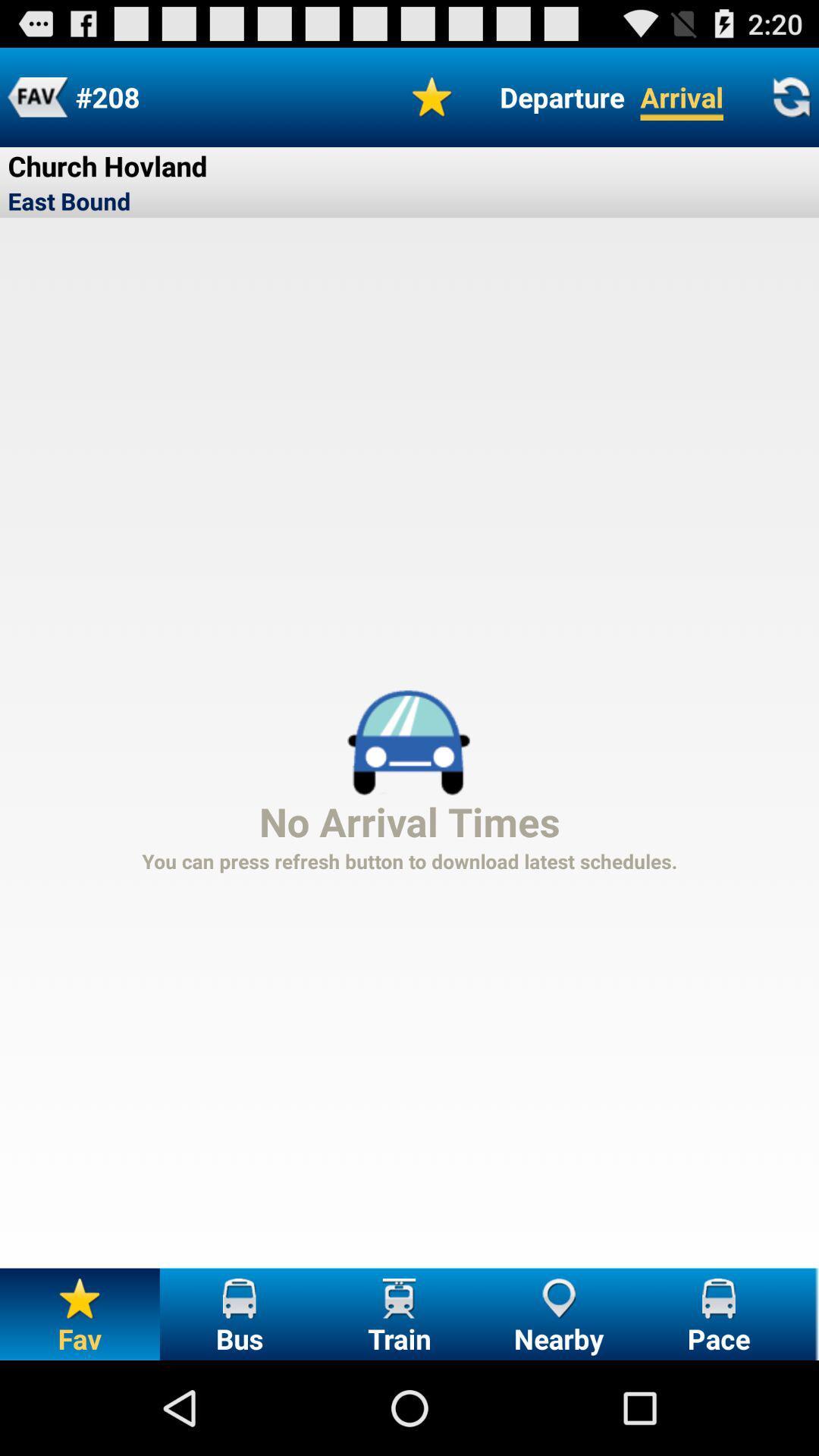 This screenshot has width=819, height=1456. I want to click on restart, so click(790, 96).